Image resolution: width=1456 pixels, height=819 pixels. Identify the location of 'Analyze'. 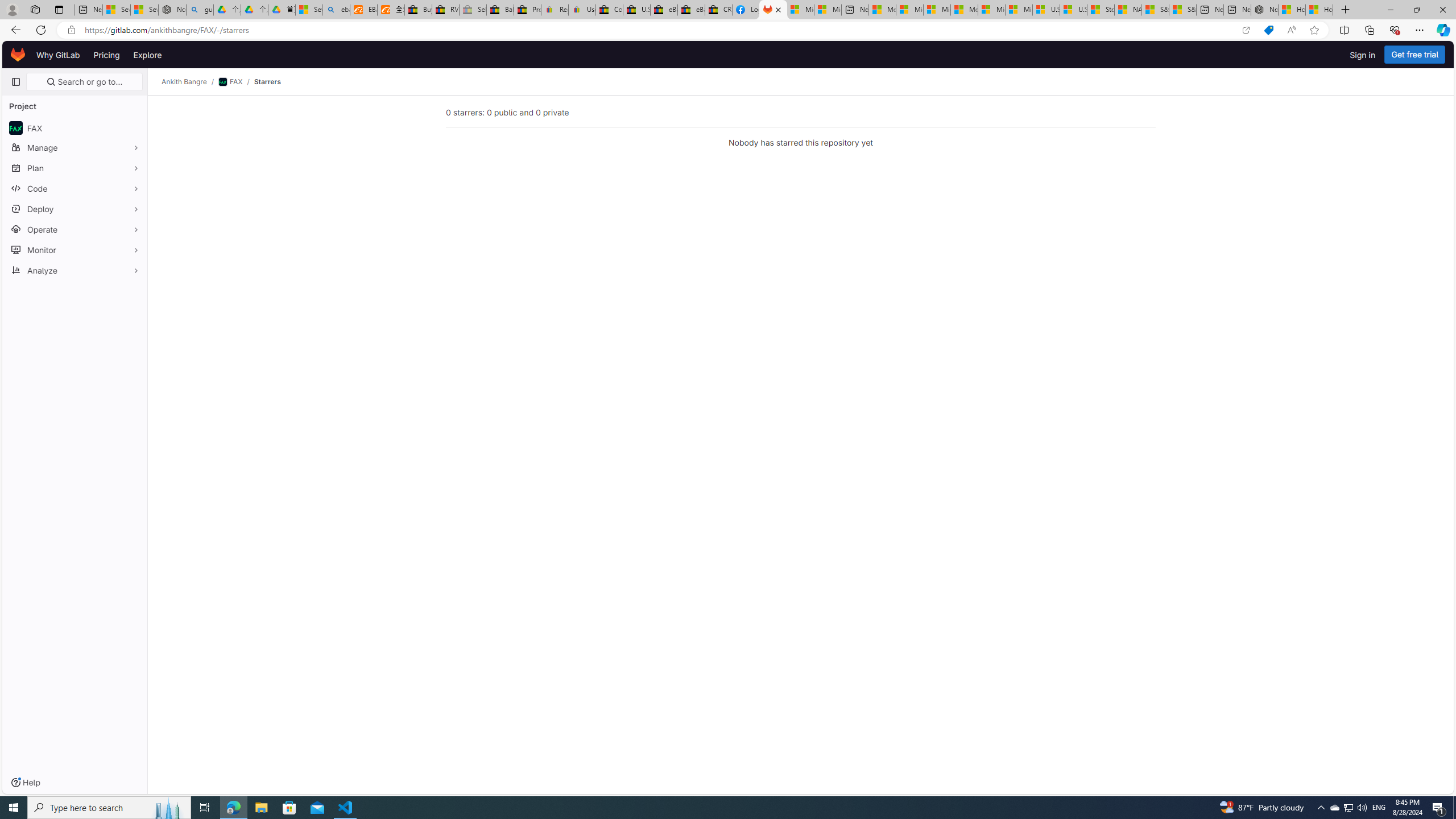
(74, 270).